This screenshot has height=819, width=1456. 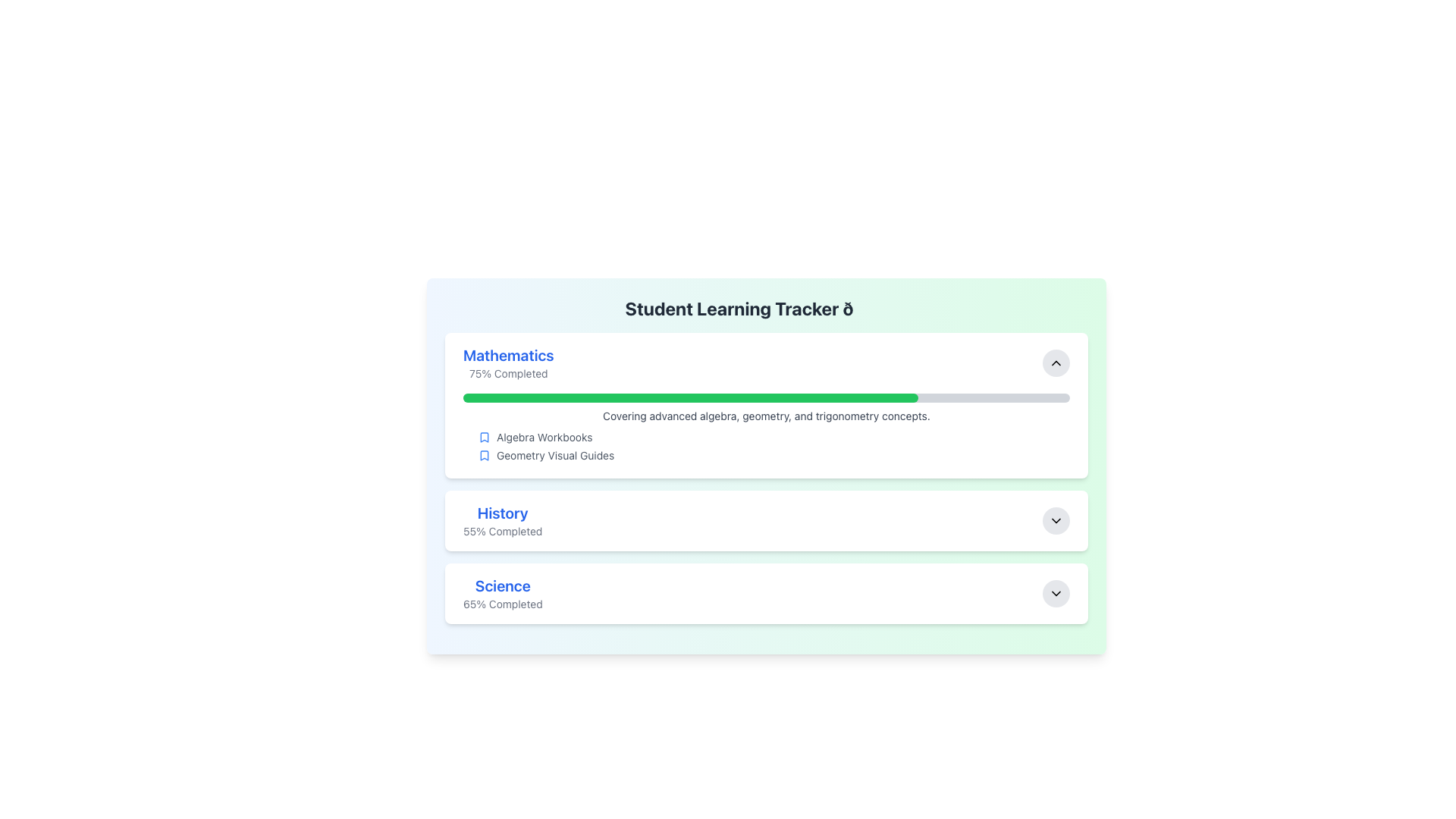 I want to click on the Science progress card within the Student Learning Tracker, which displays completion percentage and can be expanded for more details, so click(x=767, y=593).